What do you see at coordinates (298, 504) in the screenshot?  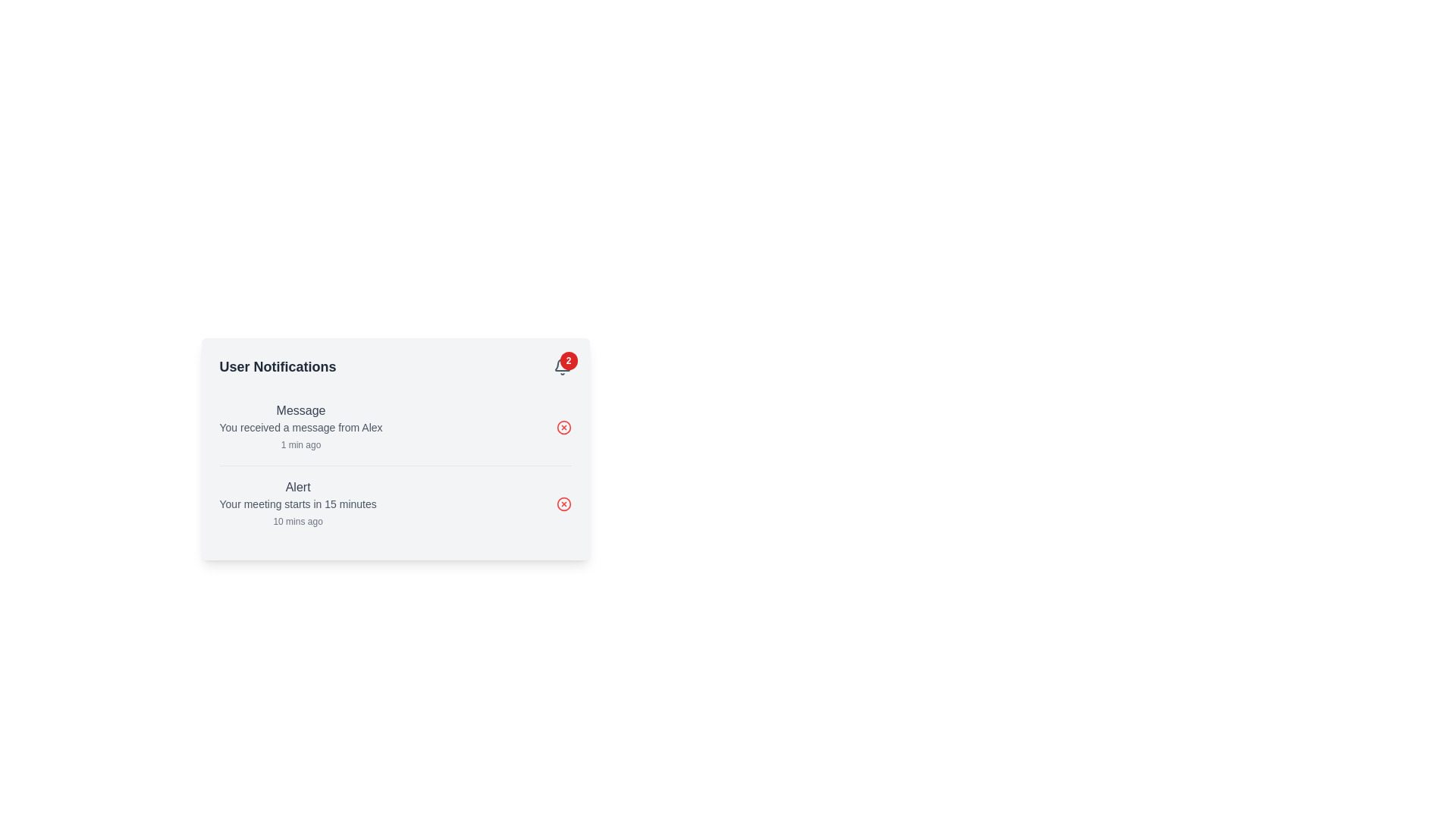 I see `the second notification card displaying 'Alert' with the message 'Your meeting starts in 15 minutes'` at bounding box center [298, 504].